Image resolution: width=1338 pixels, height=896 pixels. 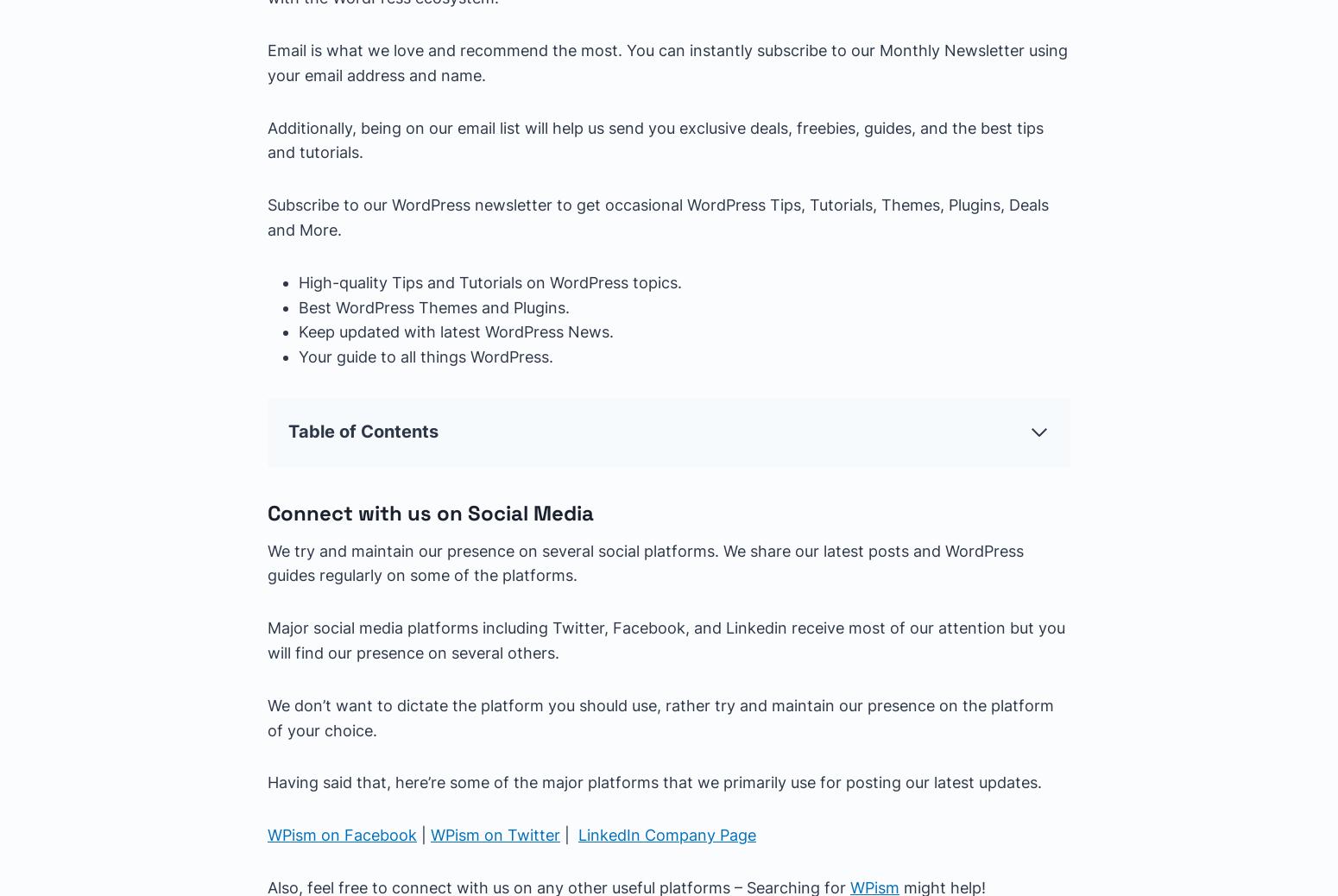 What do you see at coordinates (432, 306) in the screenshot?
I see `'Best WordPress Themes and Plugins.'` at bounding box center [432, 306].